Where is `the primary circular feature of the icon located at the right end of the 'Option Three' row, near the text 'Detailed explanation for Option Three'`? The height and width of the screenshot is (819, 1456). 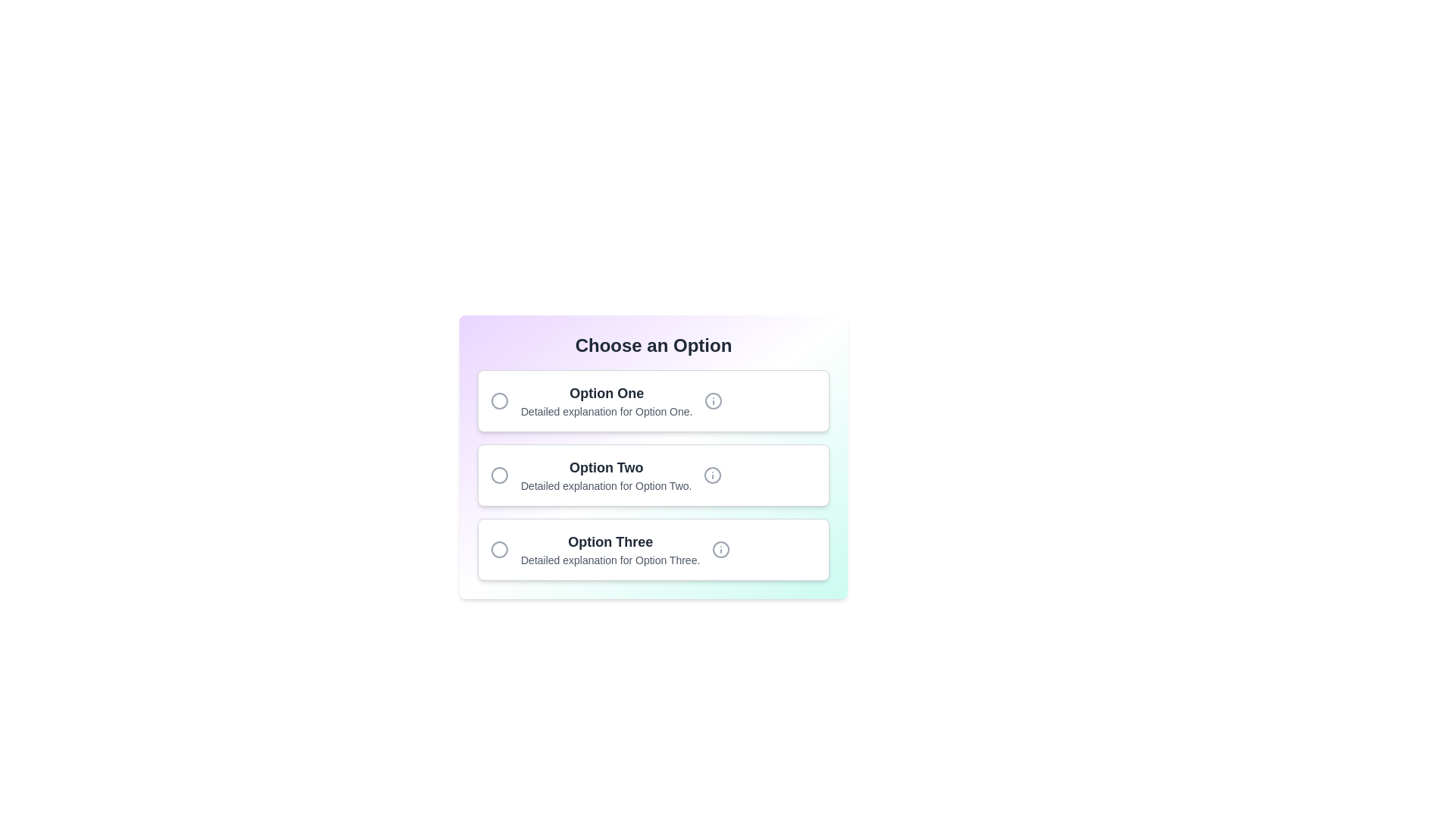 the primary circular feature of the icon located at the right end of the 'Option Three' row, near the text 'Detailed explanation for Option Three' is located at coordinates (720, 550).